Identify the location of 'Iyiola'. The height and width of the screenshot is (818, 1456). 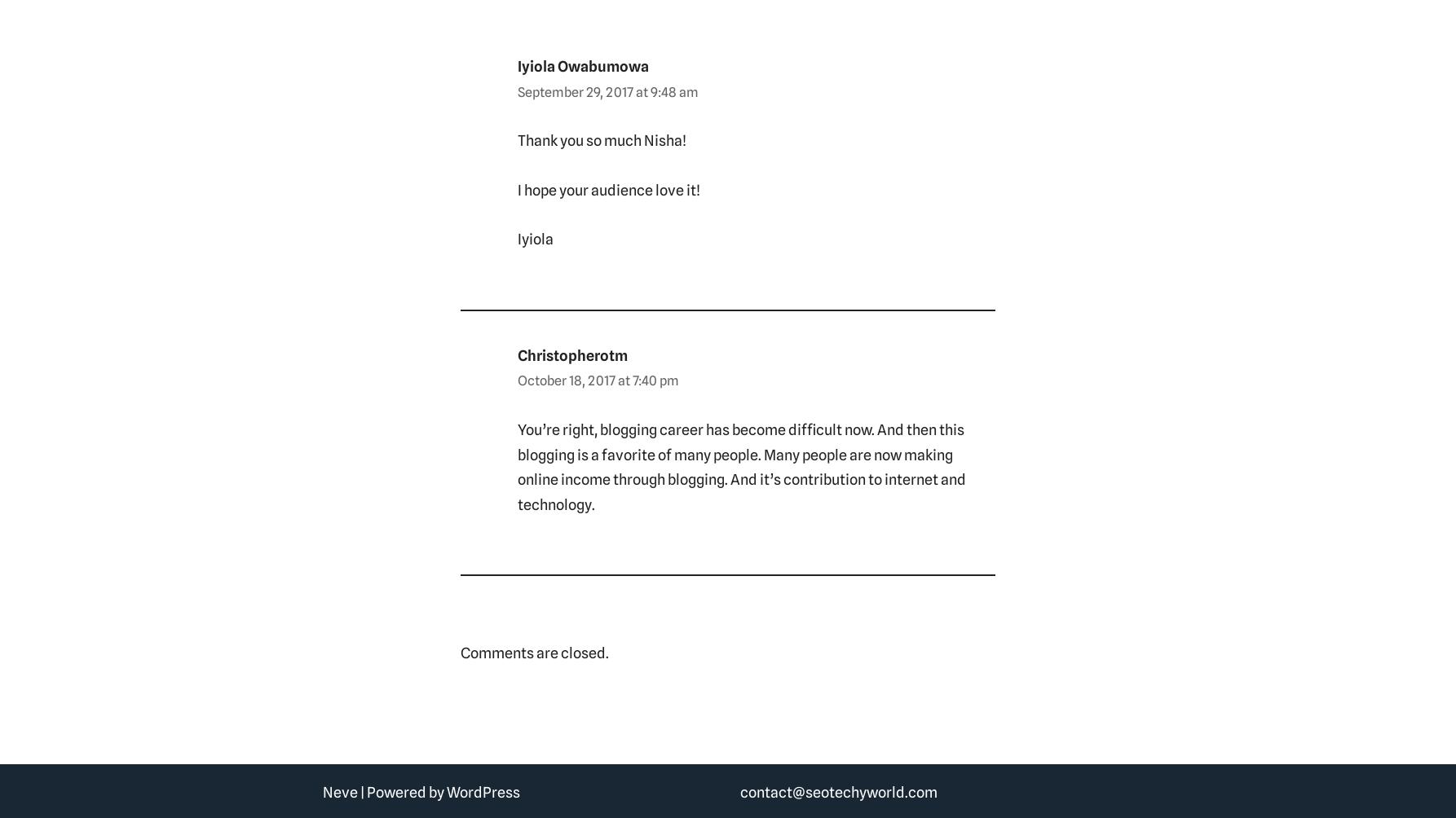
(534, 239).